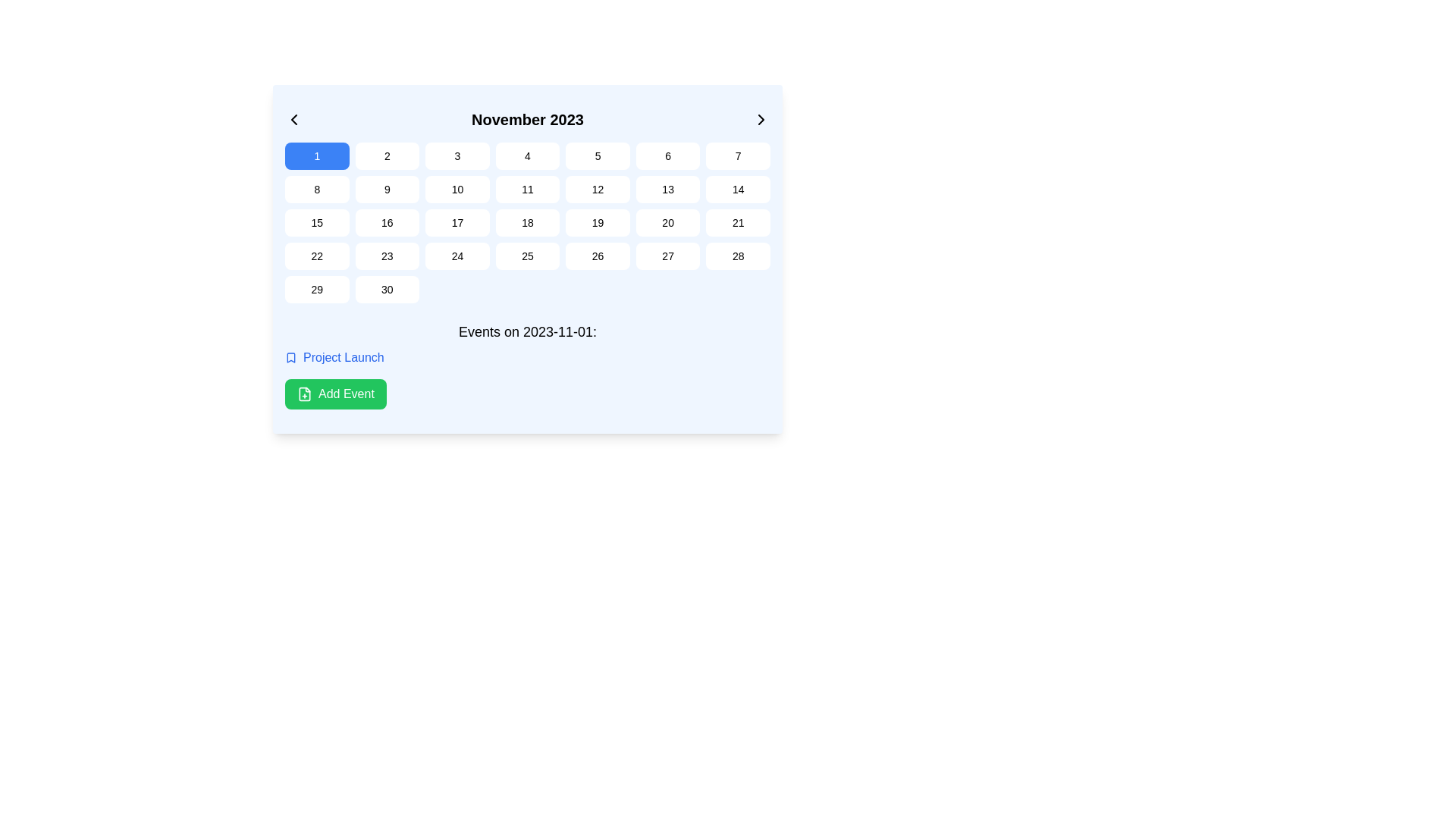 The image size is (1456, 819). I want to click on the button styled as a white rectangular box with rounded corners containing the black text '23', so click(387, 256).